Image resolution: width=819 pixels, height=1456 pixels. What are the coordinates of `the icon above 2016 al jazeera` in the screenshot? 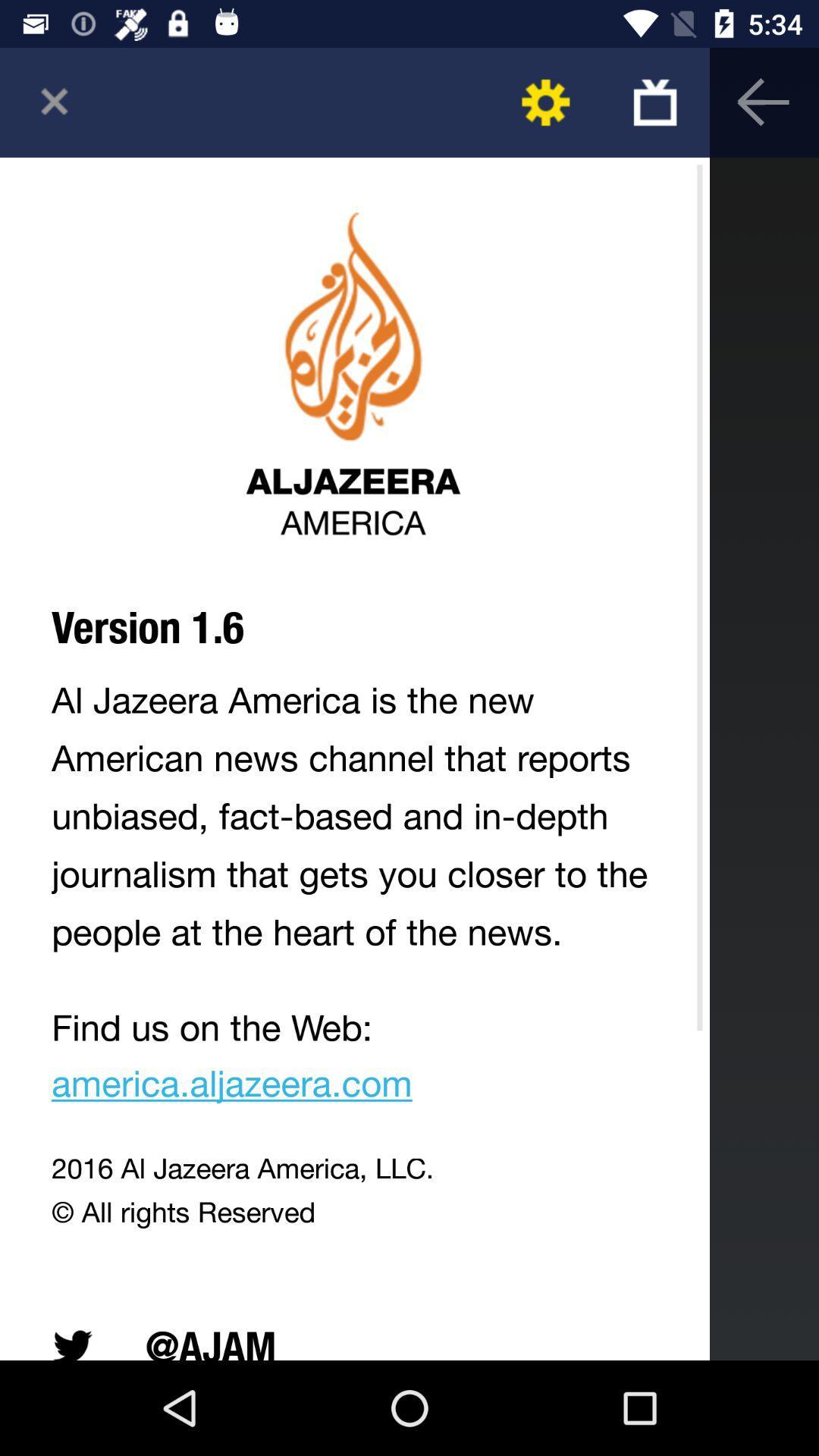 It's located at (354, 1060).